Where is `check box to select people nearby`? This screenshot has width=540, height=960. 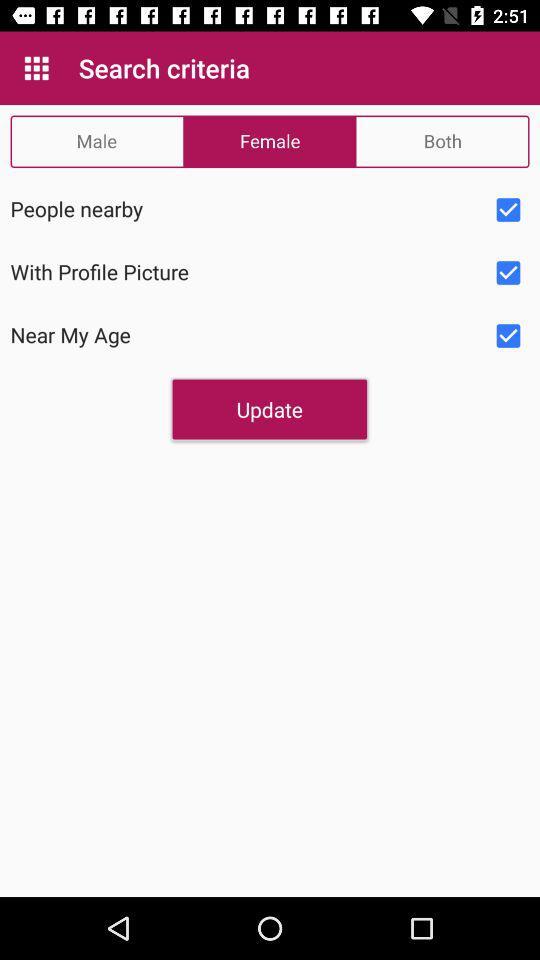
check box to select people nearby is located at coordinates (508, 210).